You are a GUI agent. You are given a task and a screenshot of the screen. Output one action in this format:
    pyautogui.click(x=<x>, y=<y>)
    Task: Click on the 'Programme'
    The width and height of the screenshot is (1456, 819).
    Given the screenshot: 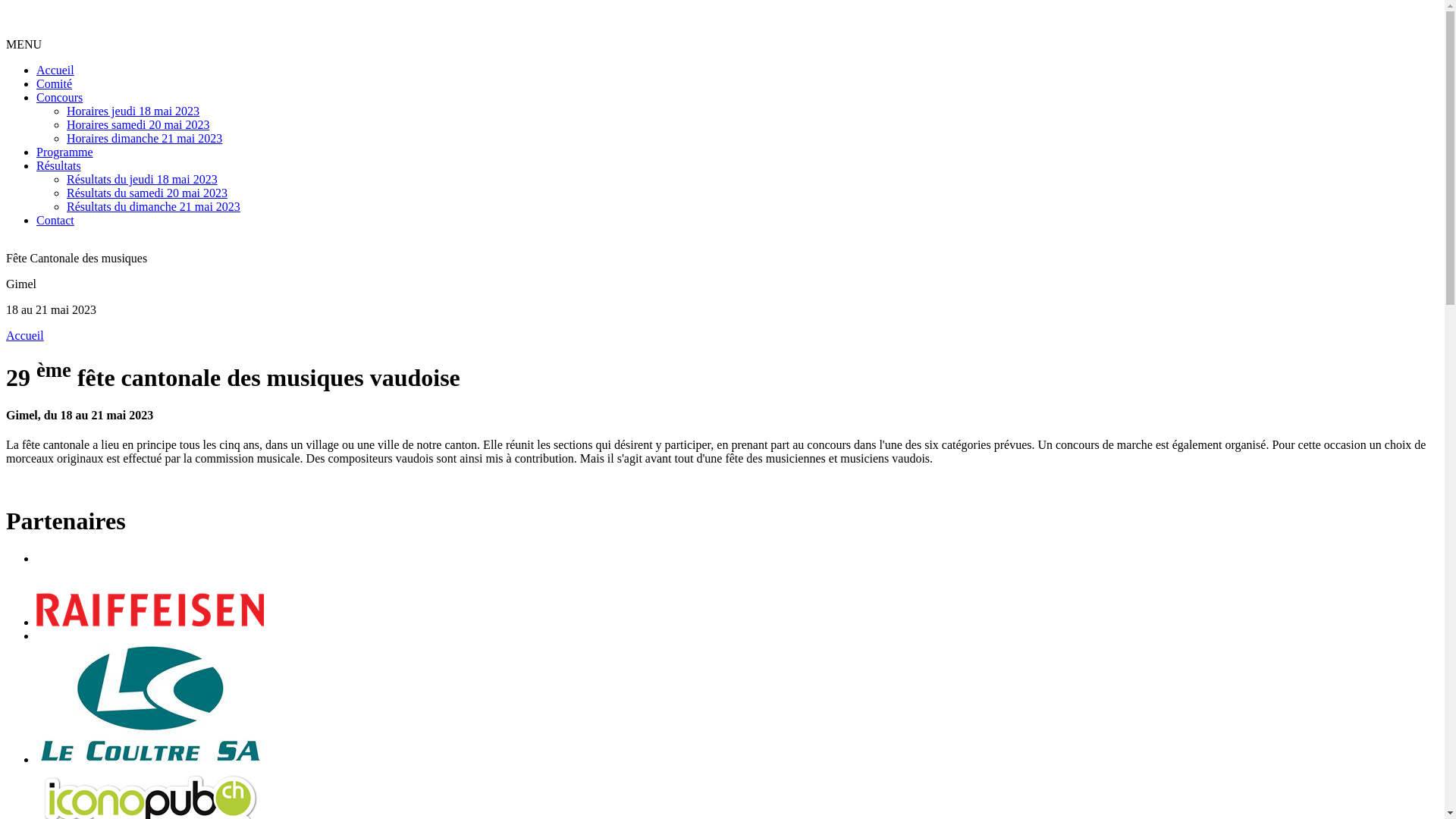 What is the action you would take?
    pyautogui.click(x=36, y=152)
    